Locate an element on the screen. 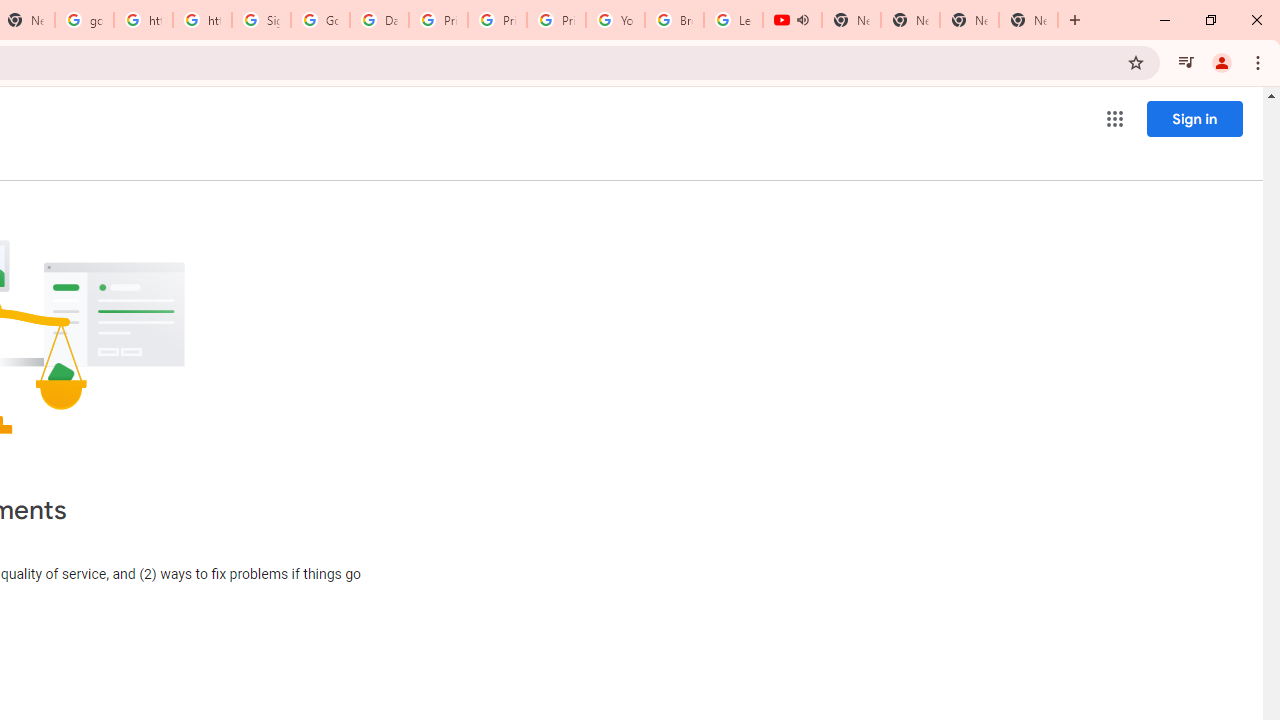 This screenshot has height=720, width=1280. 'YouTube' is located at coordinates (614, 20).